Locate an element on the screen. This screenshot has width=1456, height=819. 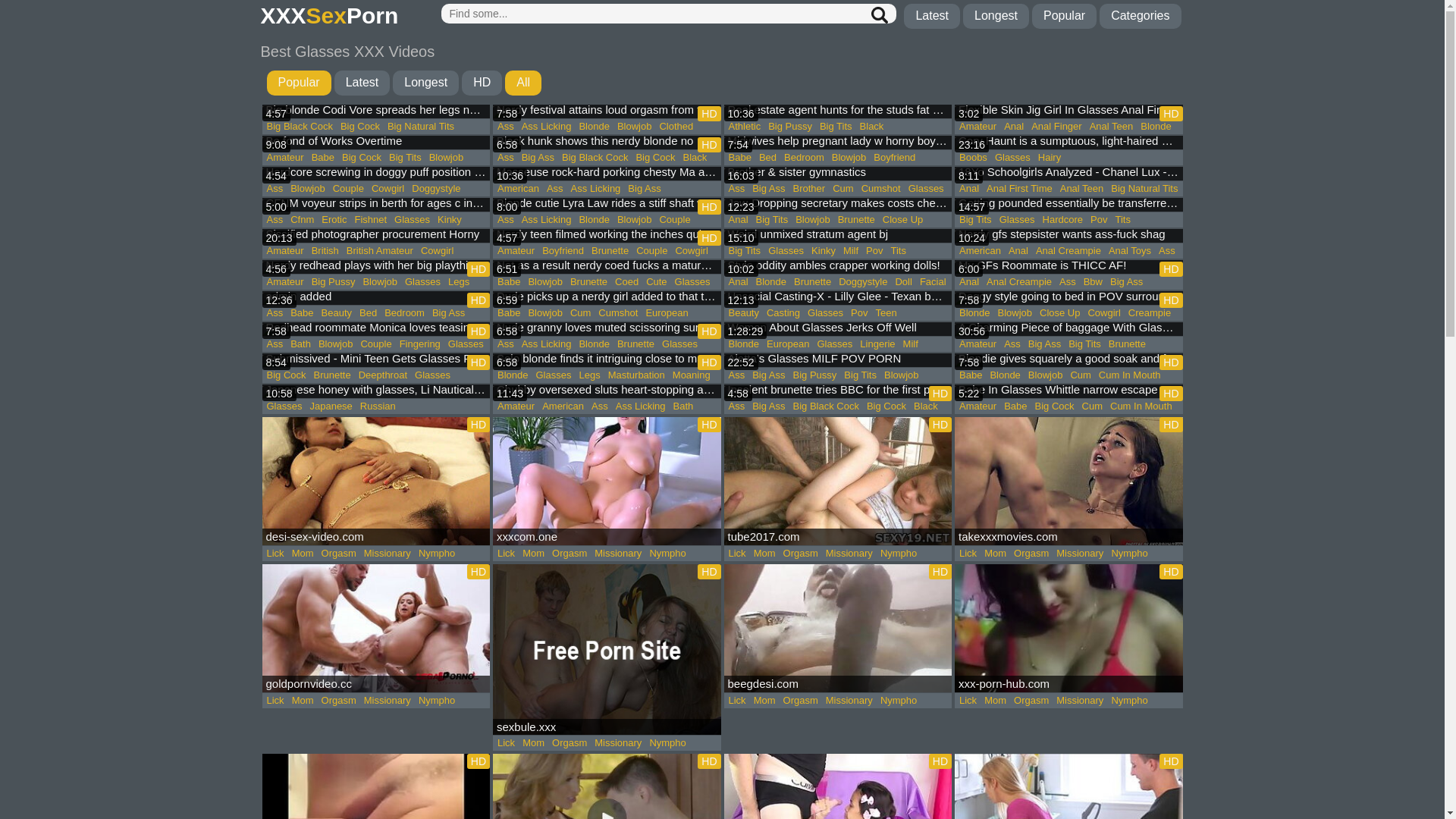
'XXXSexPorn' is located at coordinates (329, 16).